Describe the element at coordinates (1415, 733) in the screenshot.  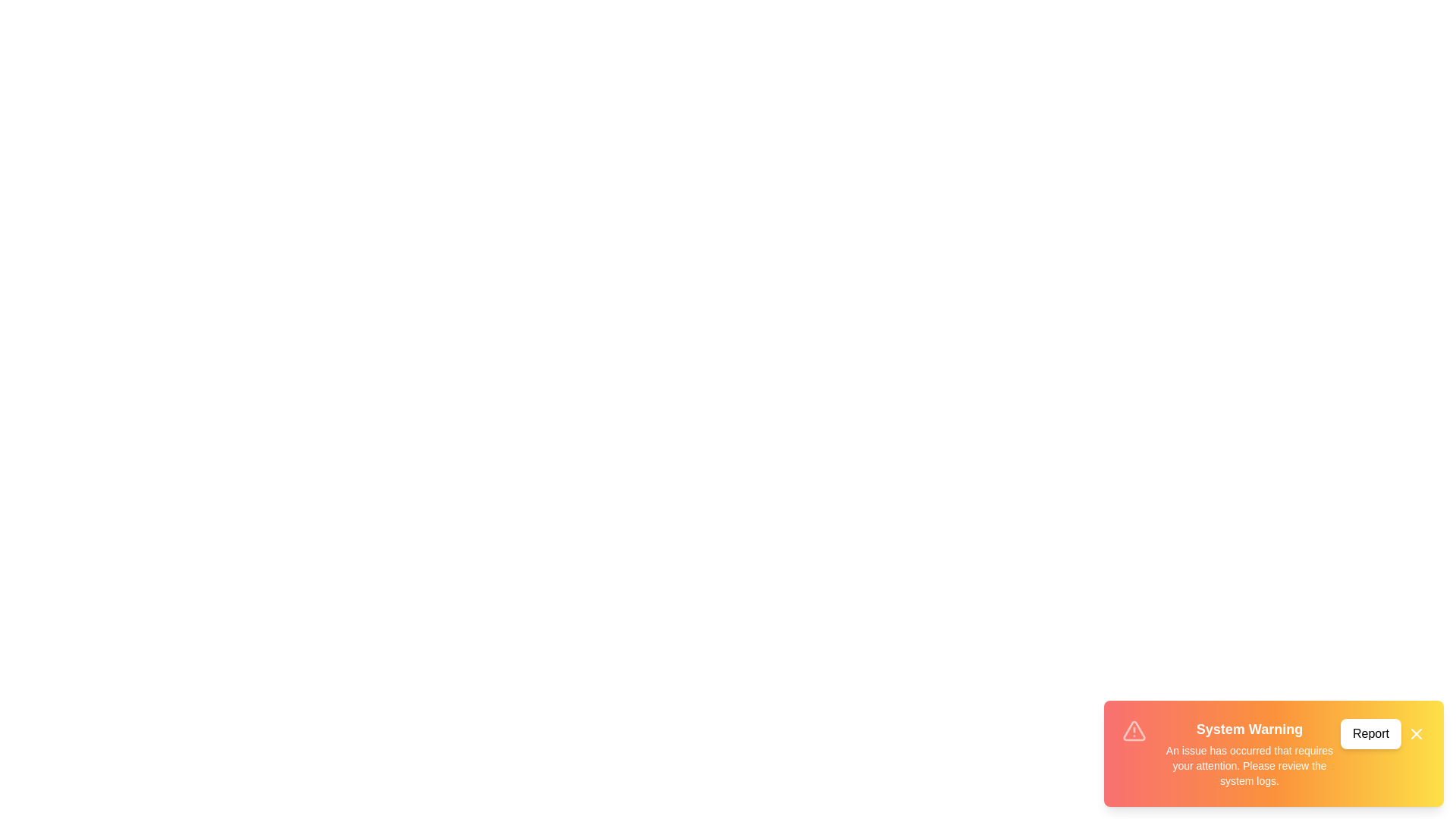
I see `the close button of the snackbar to dismiss it` at that location.